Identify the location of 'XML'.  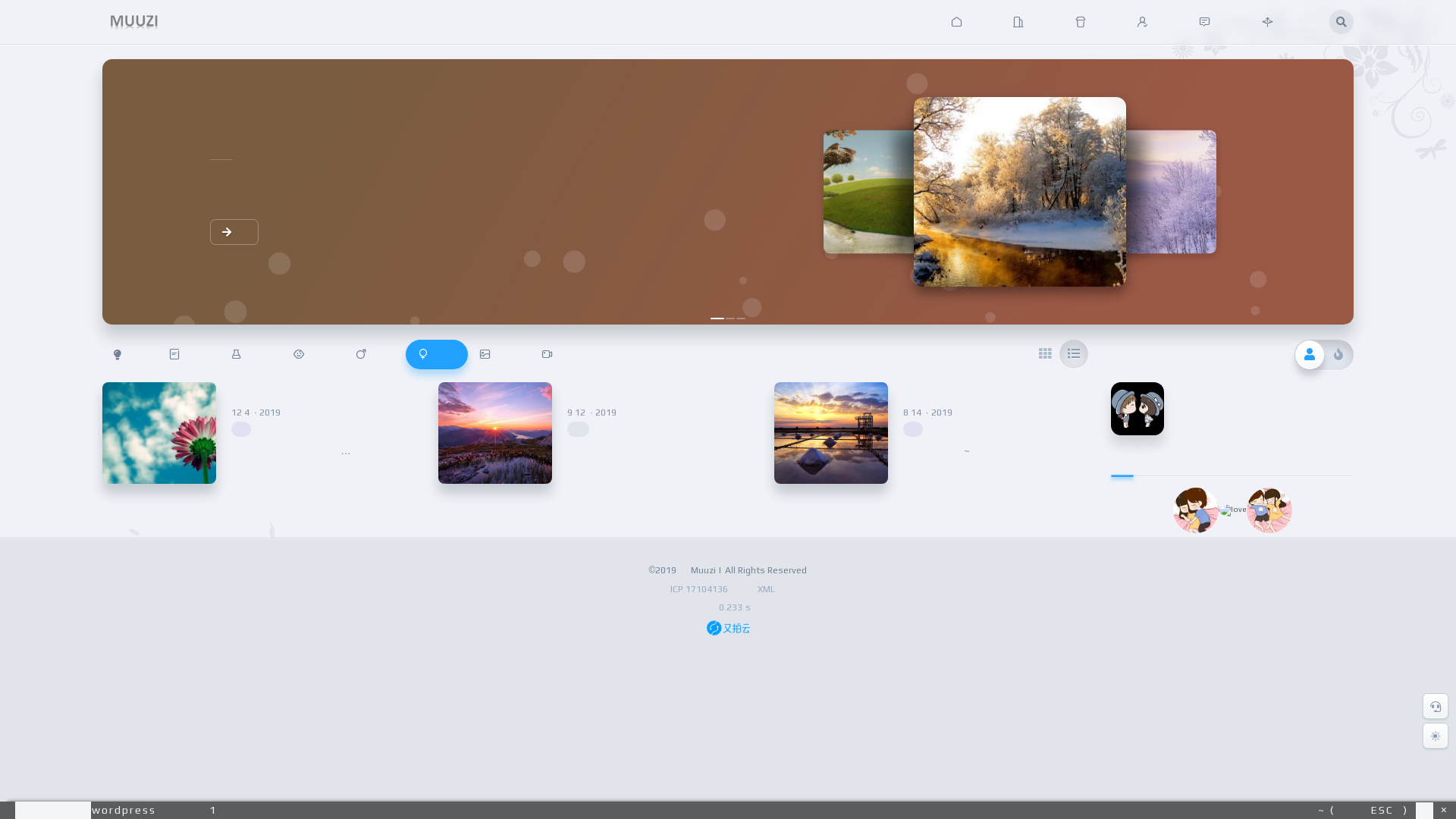
(765, 588).